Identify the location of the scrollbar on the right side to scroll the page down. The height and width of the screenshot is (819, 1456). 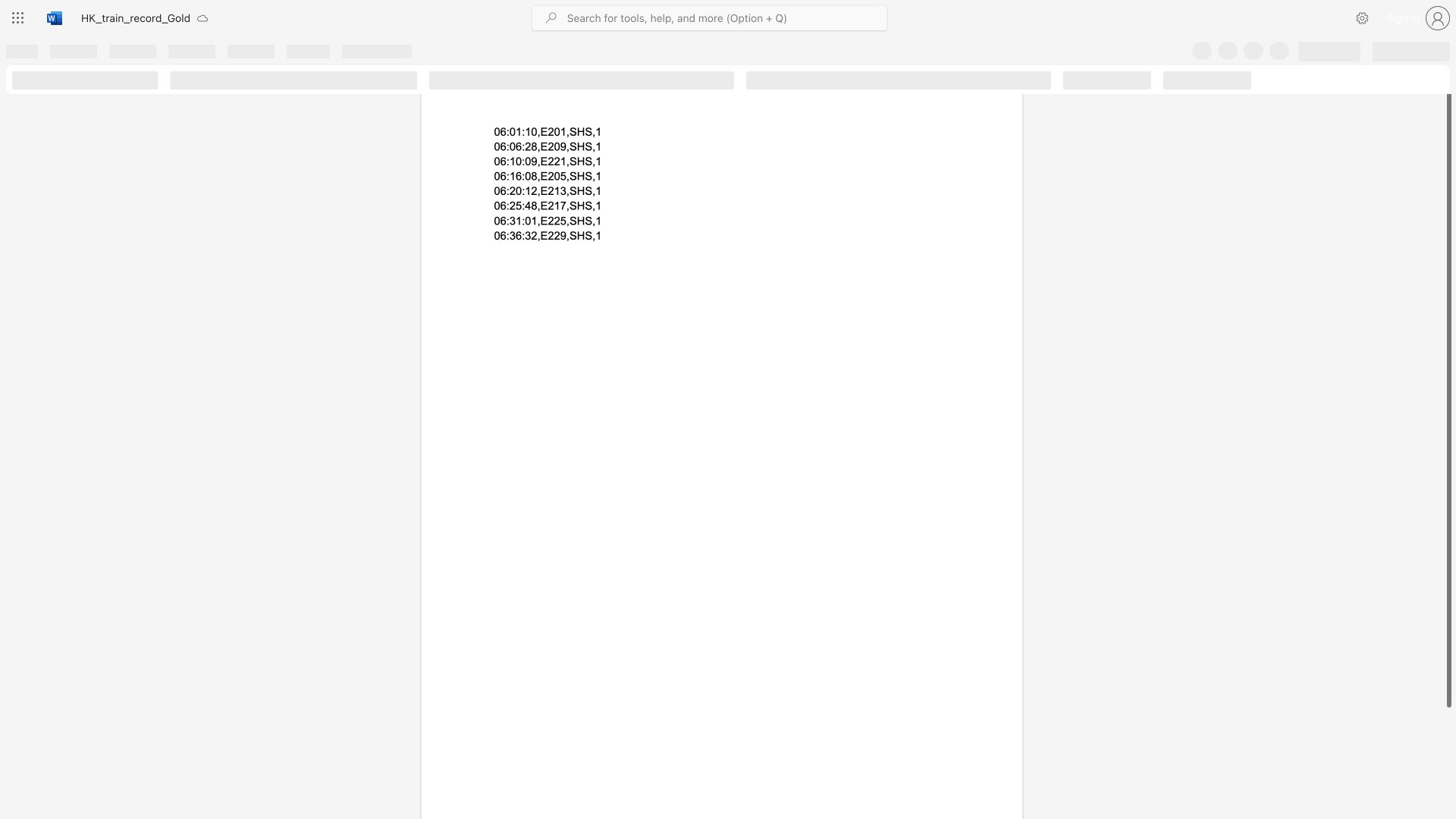
(1448, 803).